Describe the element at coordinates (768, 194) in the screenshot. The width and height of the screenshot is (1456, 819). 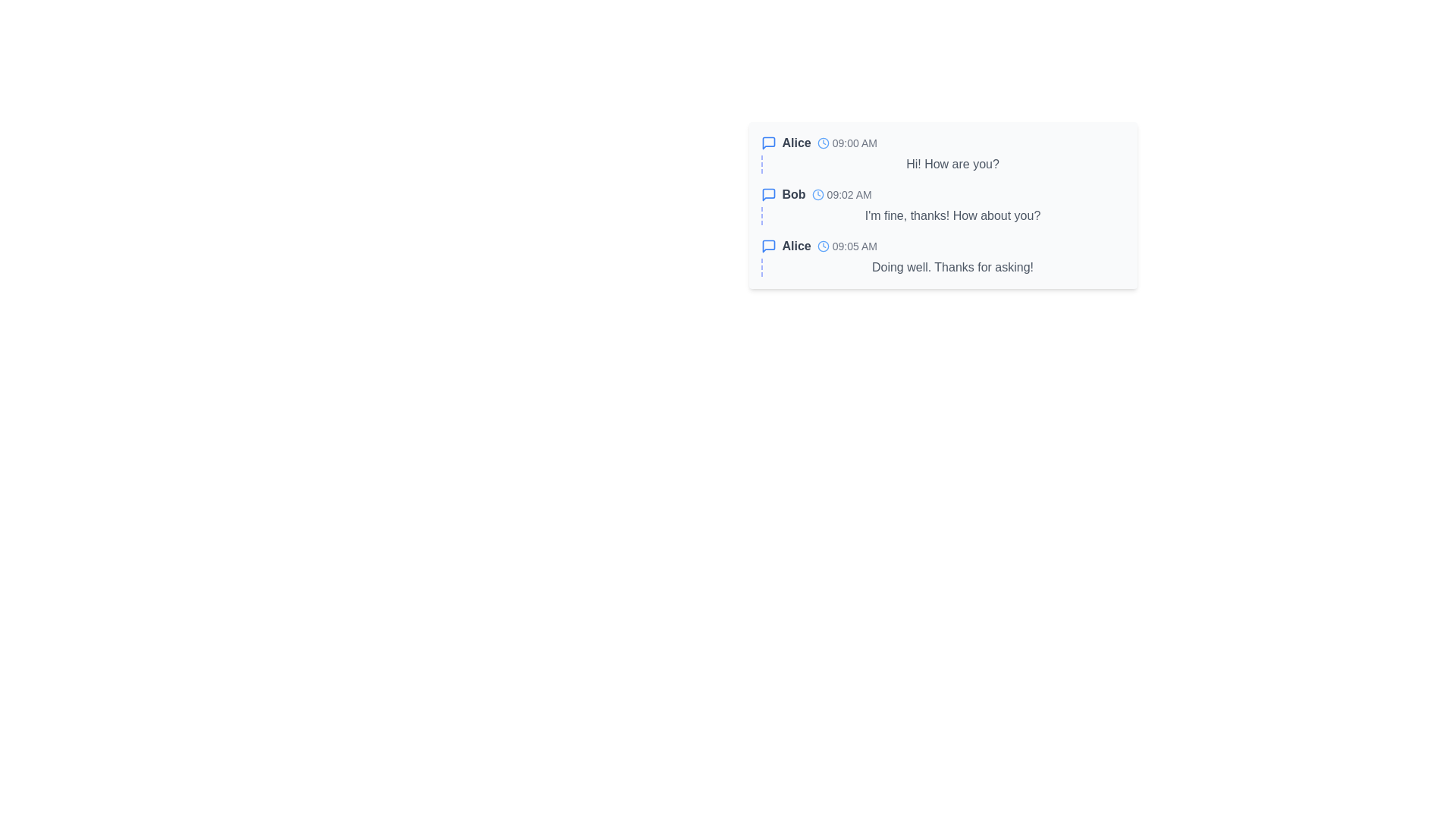
I see `the speech bubble icon located to the left of the name 'Bob' in the conversation interface` at that location.